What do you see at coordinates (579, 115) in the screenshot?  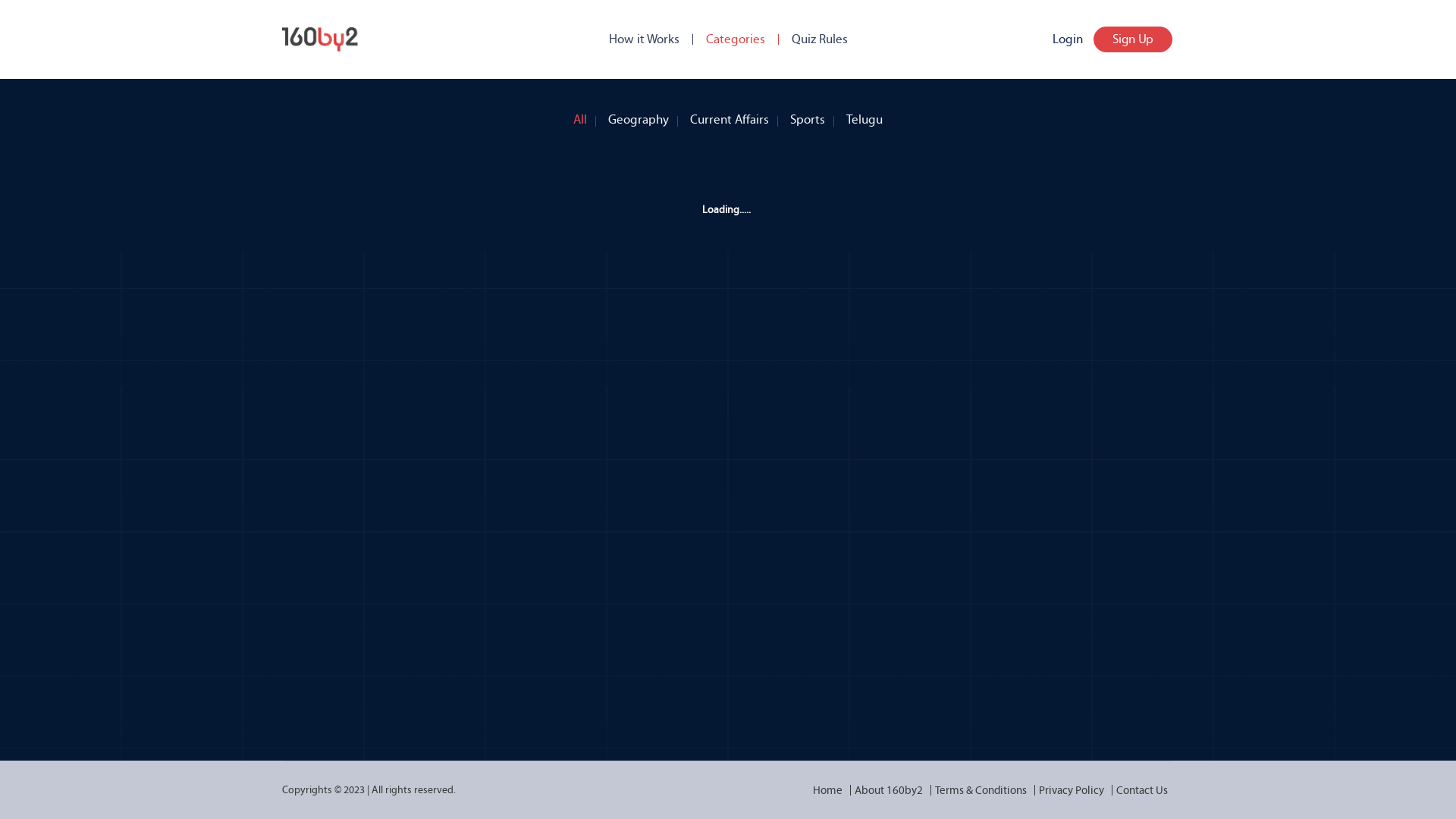 I see `'All'` at bounding box center [579, 115].